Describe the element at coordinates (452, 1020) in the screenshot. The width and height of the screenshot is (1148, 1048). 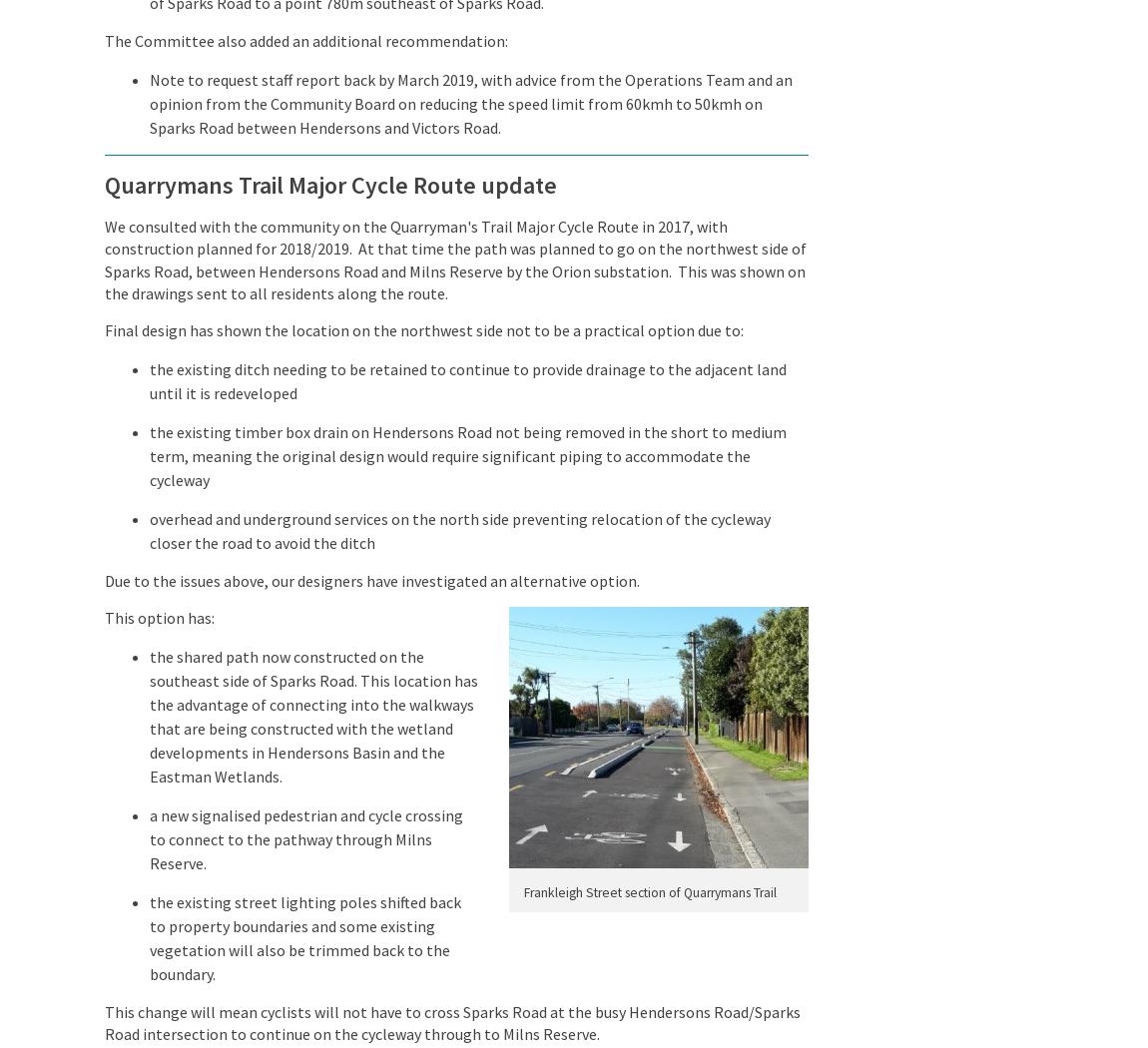
I see `'This change will mean cyclists will not have to cross Sparks Road at the busy Hendersons Road/Sparks Road intersection to continue on the cycleway through to Milns Reserve.'` at that location.